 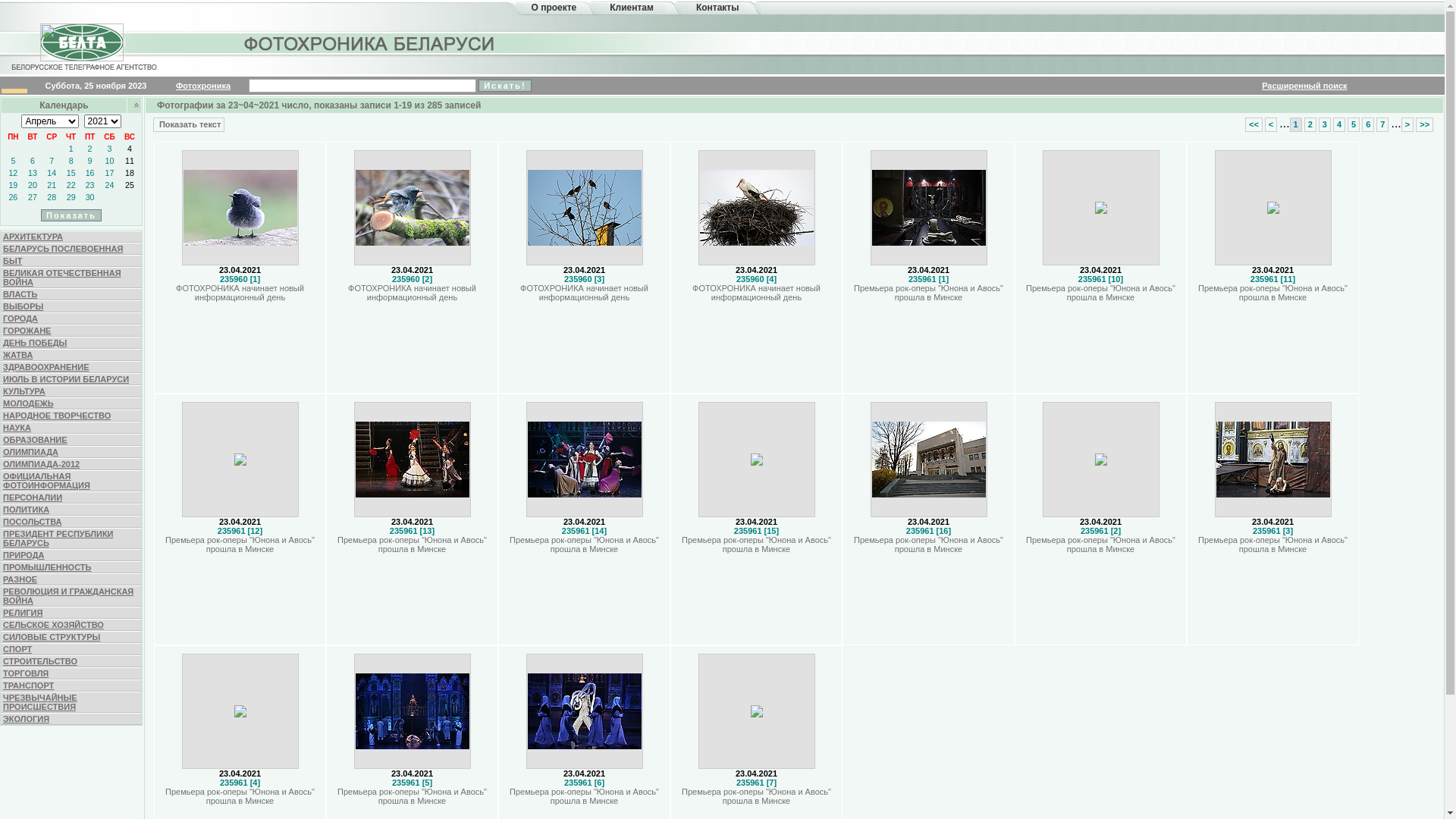 What do you see at coordinates (1310, 123) in the screenshot?
I see `'2'` at bounding box center [1310, 123].